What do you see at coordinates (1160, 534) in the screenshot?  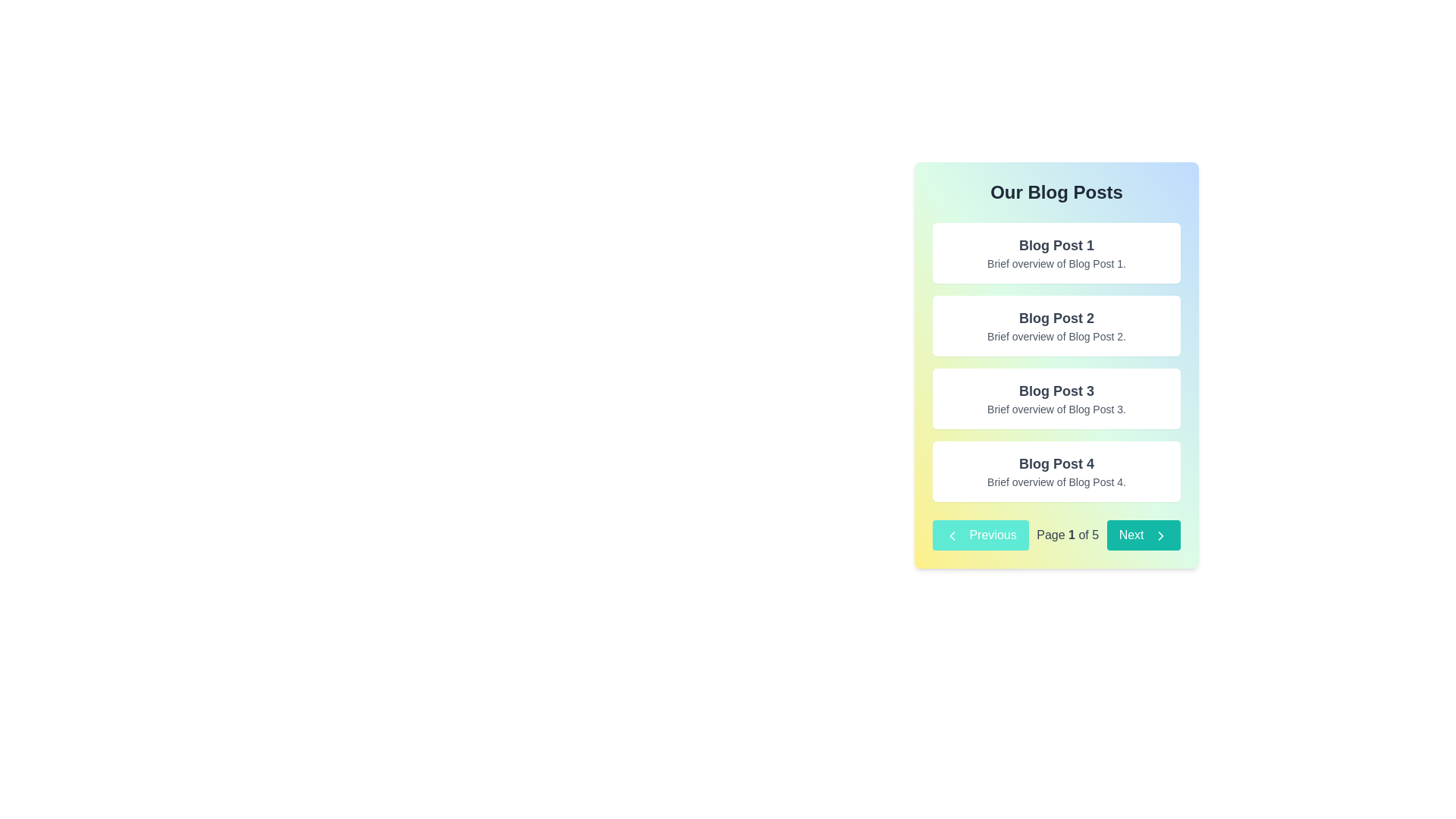 I see `the right-pointing chevron icon located inside the 'Next' button at the bottom-right corner of the interface` at bounding box center [1160, 534].